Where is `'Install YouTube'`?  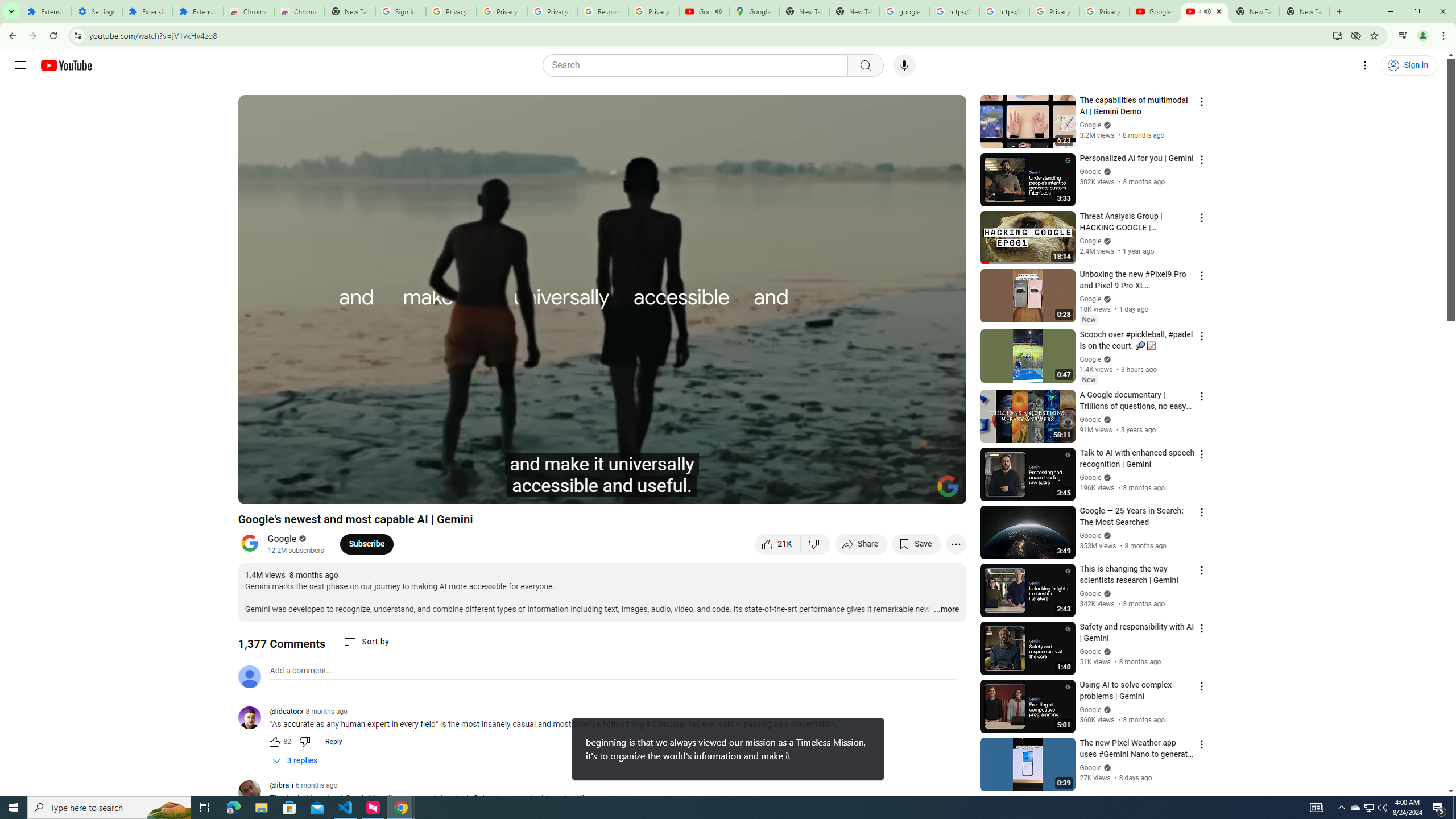 'Install YouTube' is located at coordinates (1337, 35).